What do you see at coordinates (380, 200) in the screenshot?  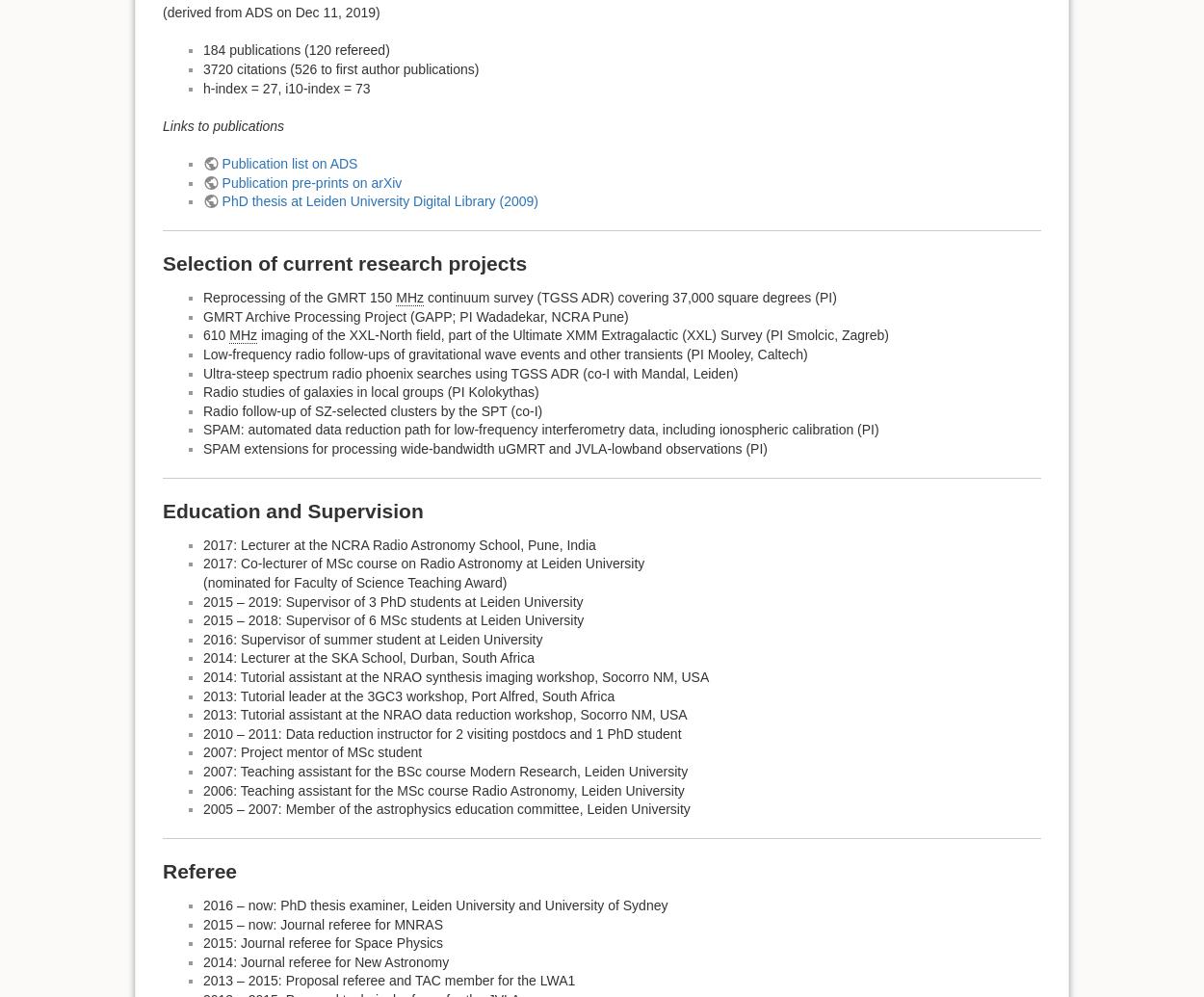 I see `'PhD thesis at Leiden University Digital Library (2009)'` at bounding box center [380, 200].